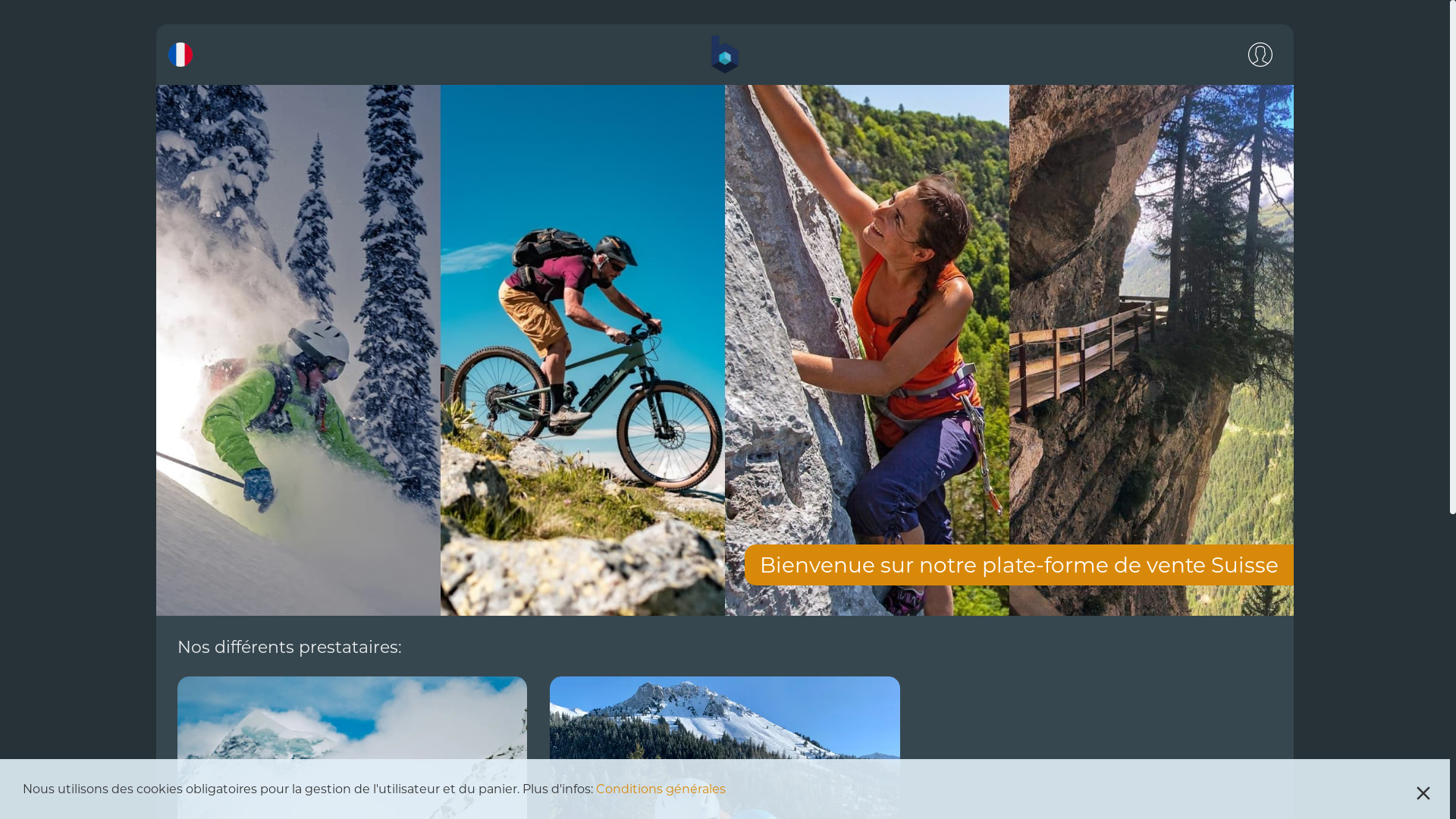  Describe the element at coordinates (1238, 54) in the screenshot. I see `'Se connecter'` at that location.